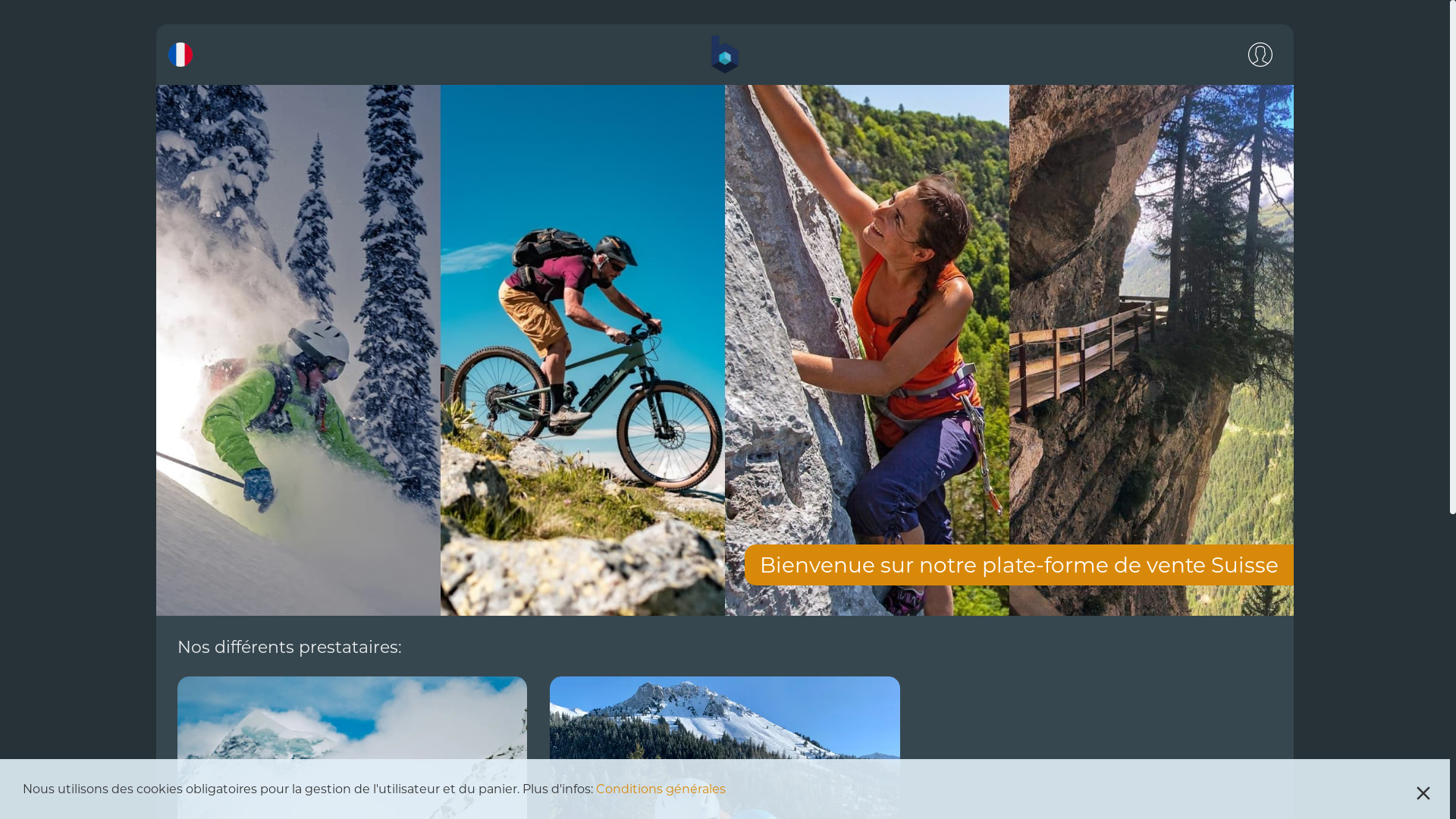  Describe the element at coordinates (1238, 54) in the screenshot. I see `'Se connecter'` at that location.